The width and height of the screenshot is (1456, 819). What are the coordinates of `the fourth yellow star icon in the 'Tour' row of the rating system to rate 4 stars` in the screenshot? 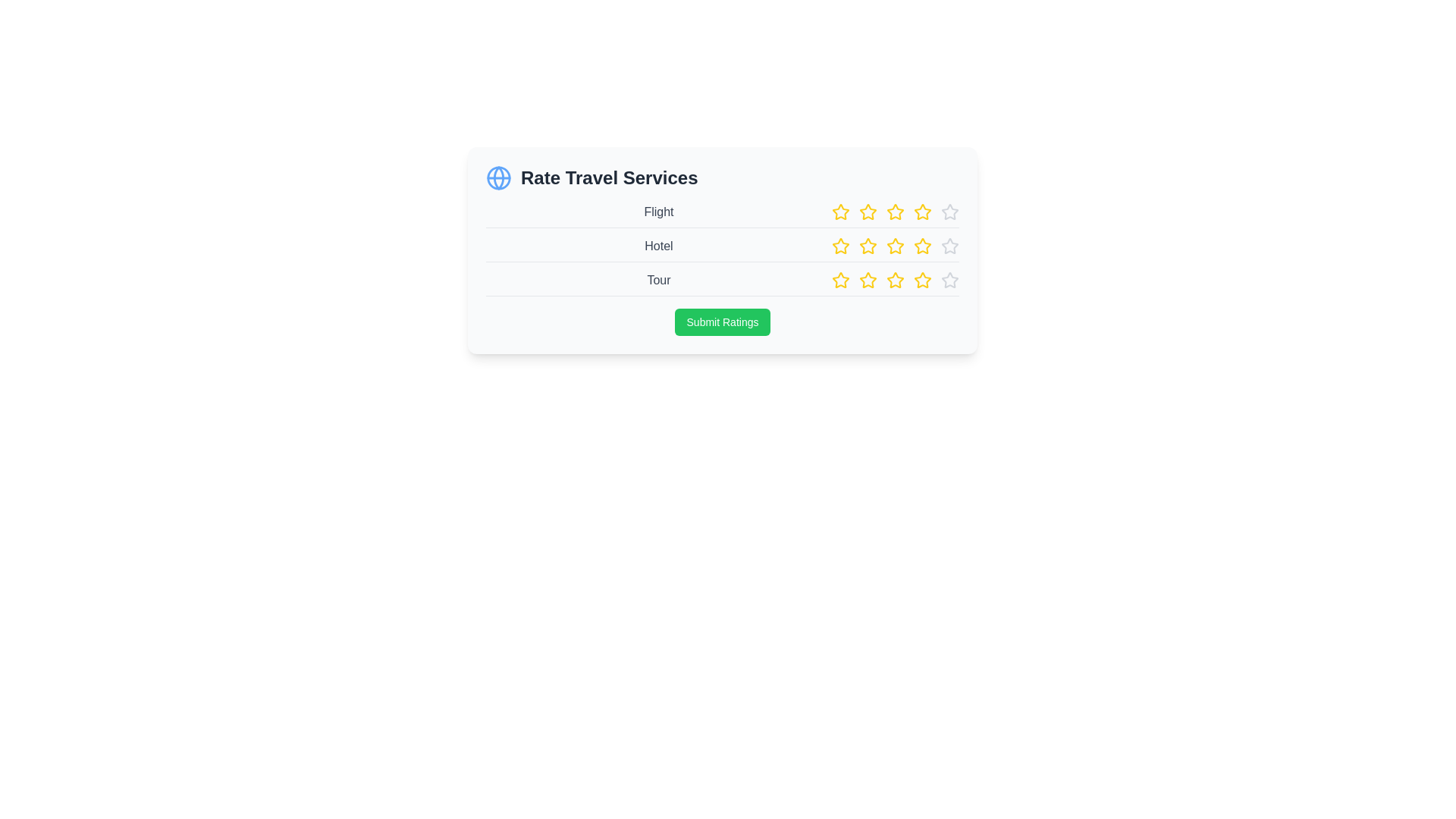 It's located at (895, 281).